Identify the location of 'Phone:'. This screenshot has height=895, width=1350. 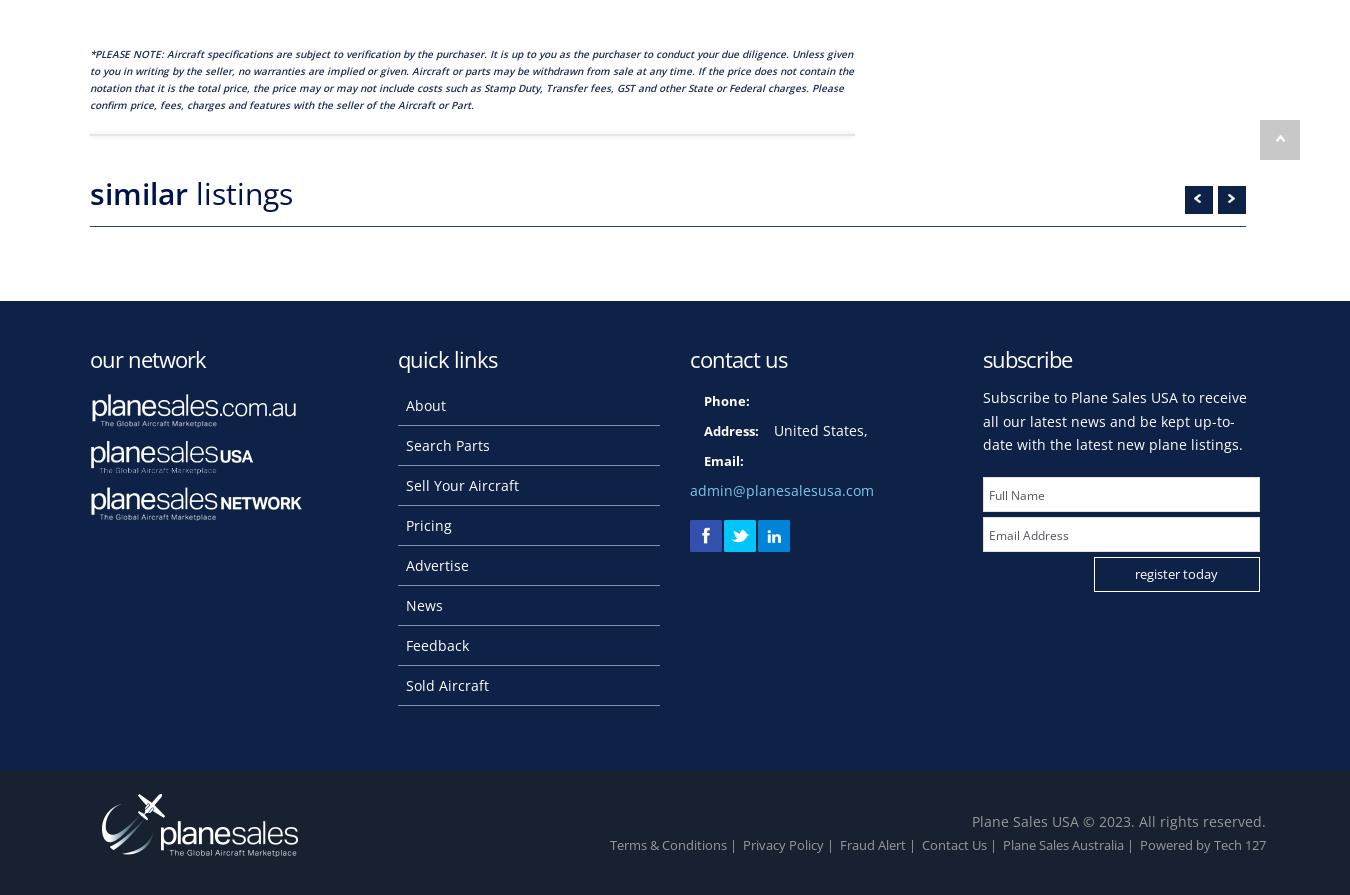
(725, 399).